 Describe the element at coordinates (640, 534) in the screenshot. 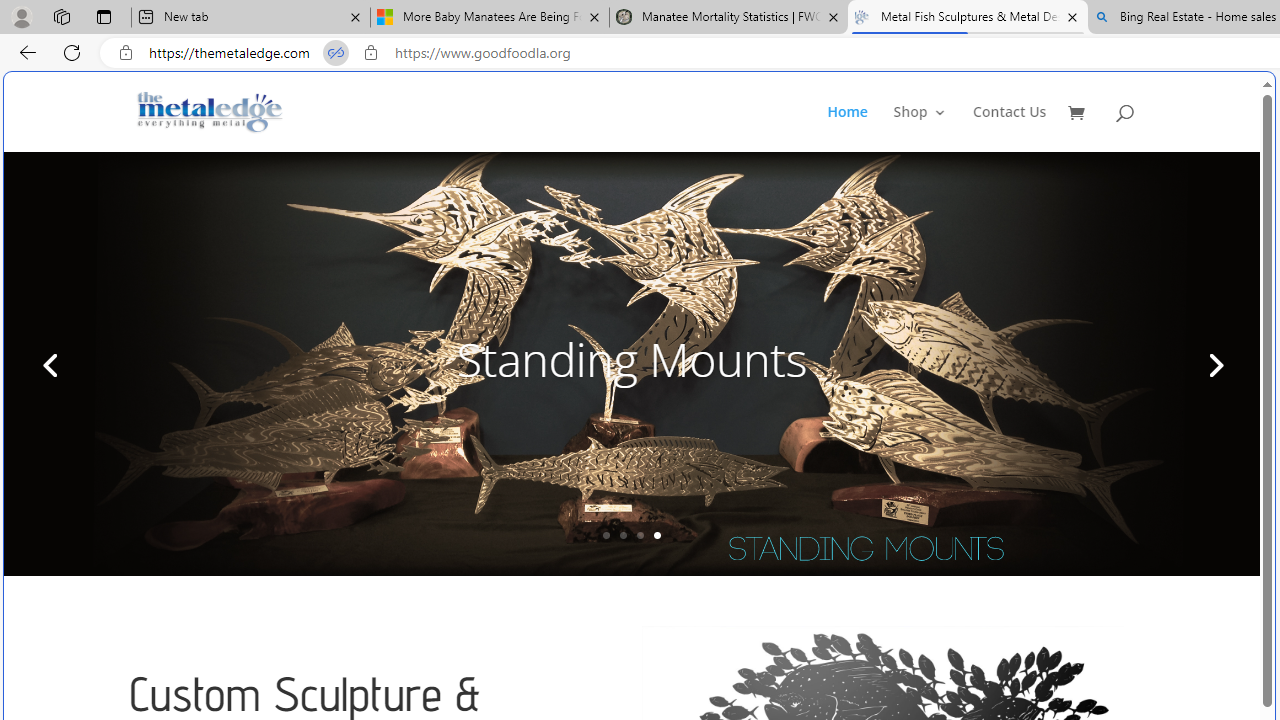

I see `'3'` at that location.